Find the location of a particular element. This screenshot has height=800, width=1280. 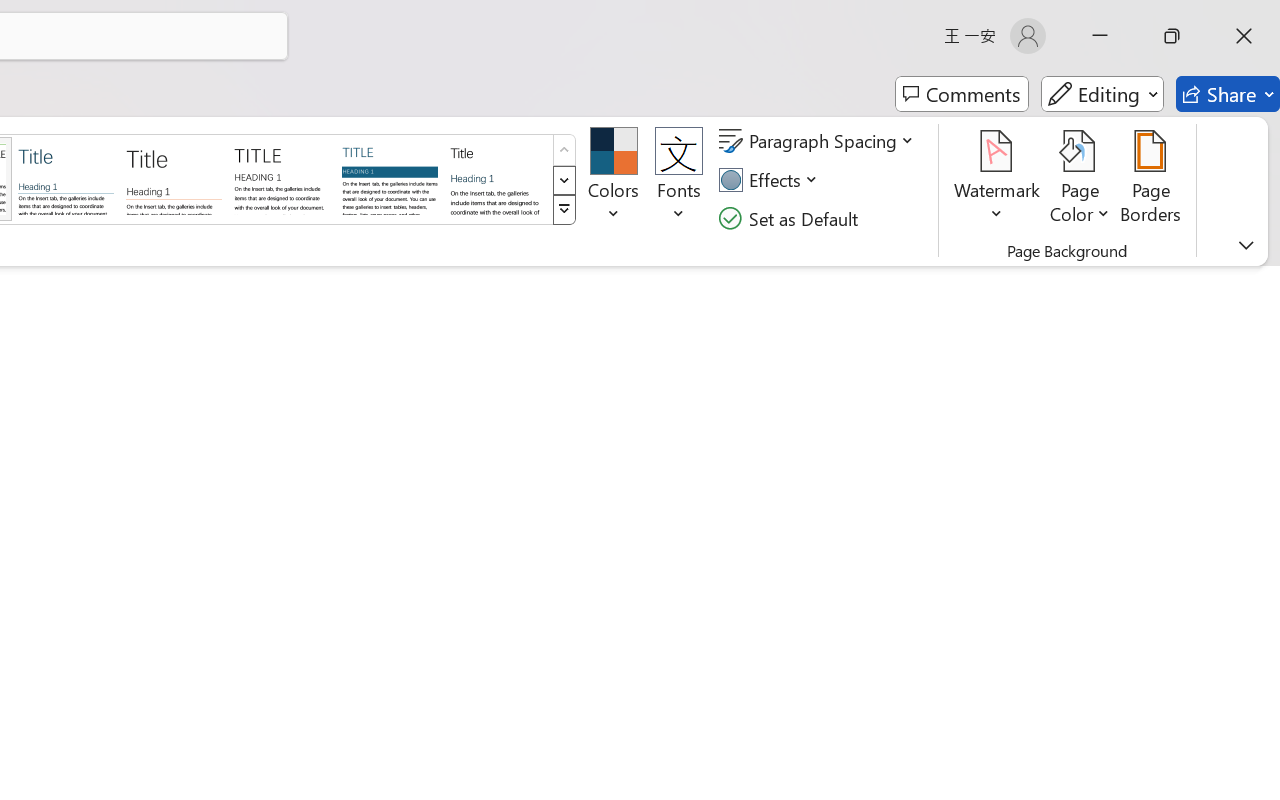

'Minimize' is located at coordinates (1099, 35).